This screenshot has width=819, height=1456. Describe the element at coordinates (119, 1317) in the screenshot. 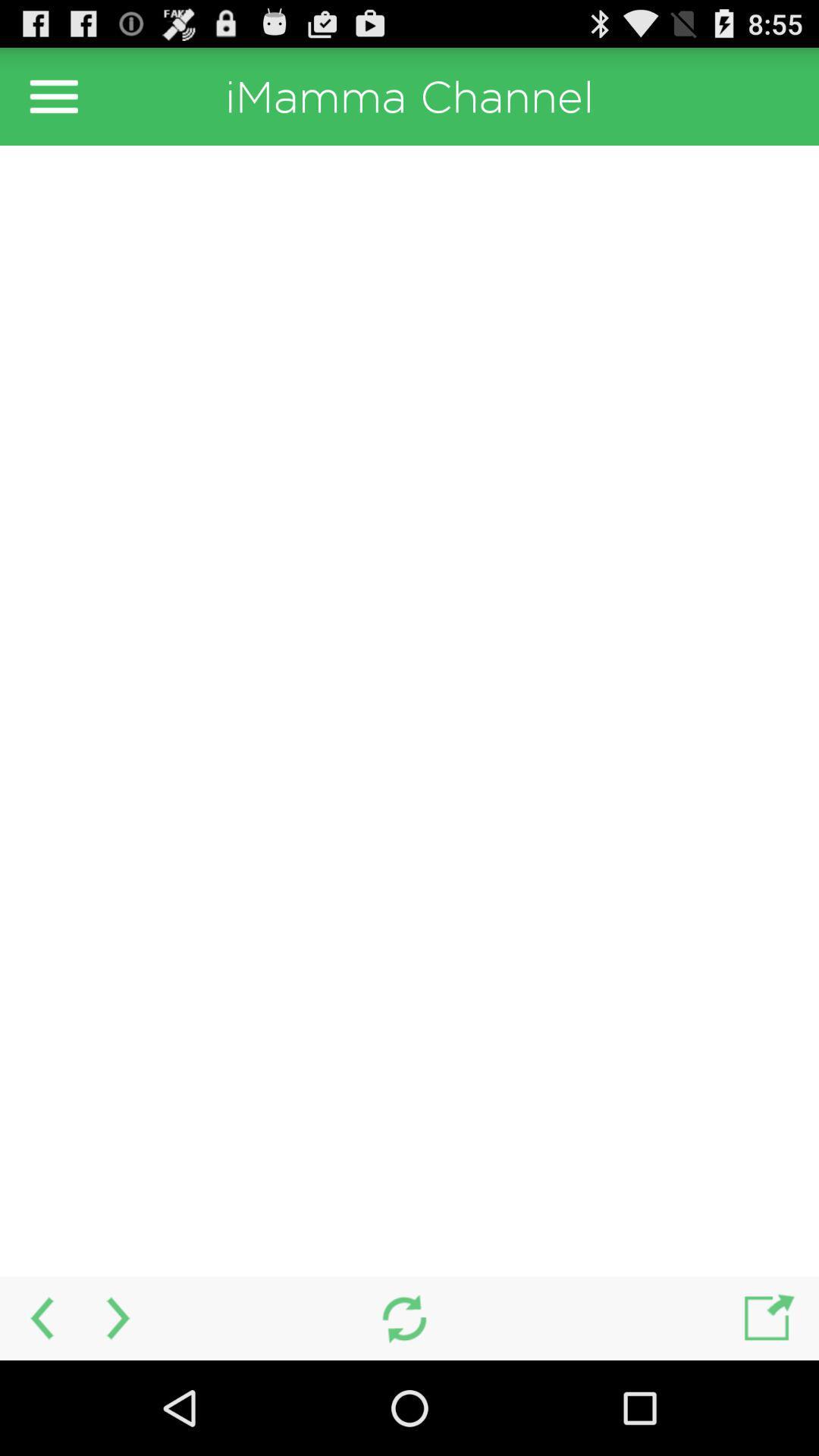

I see `next option` at that location.